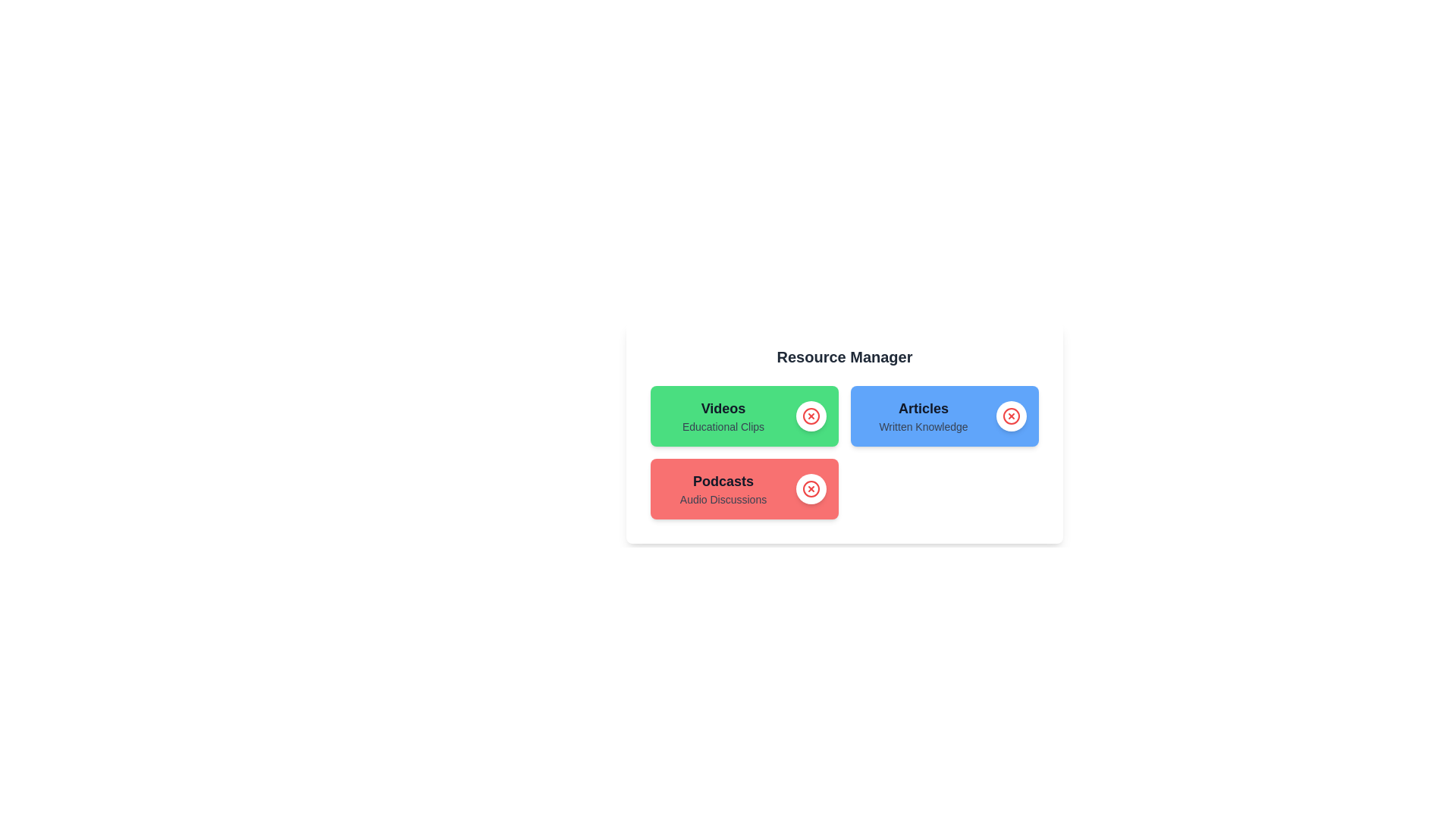 The width and height of the screenshot is (1456, 819). Describe the element at coordinates (1012, 416) in the screenshot. I see `close button of the chip labeled Articles to remove it` at that location.